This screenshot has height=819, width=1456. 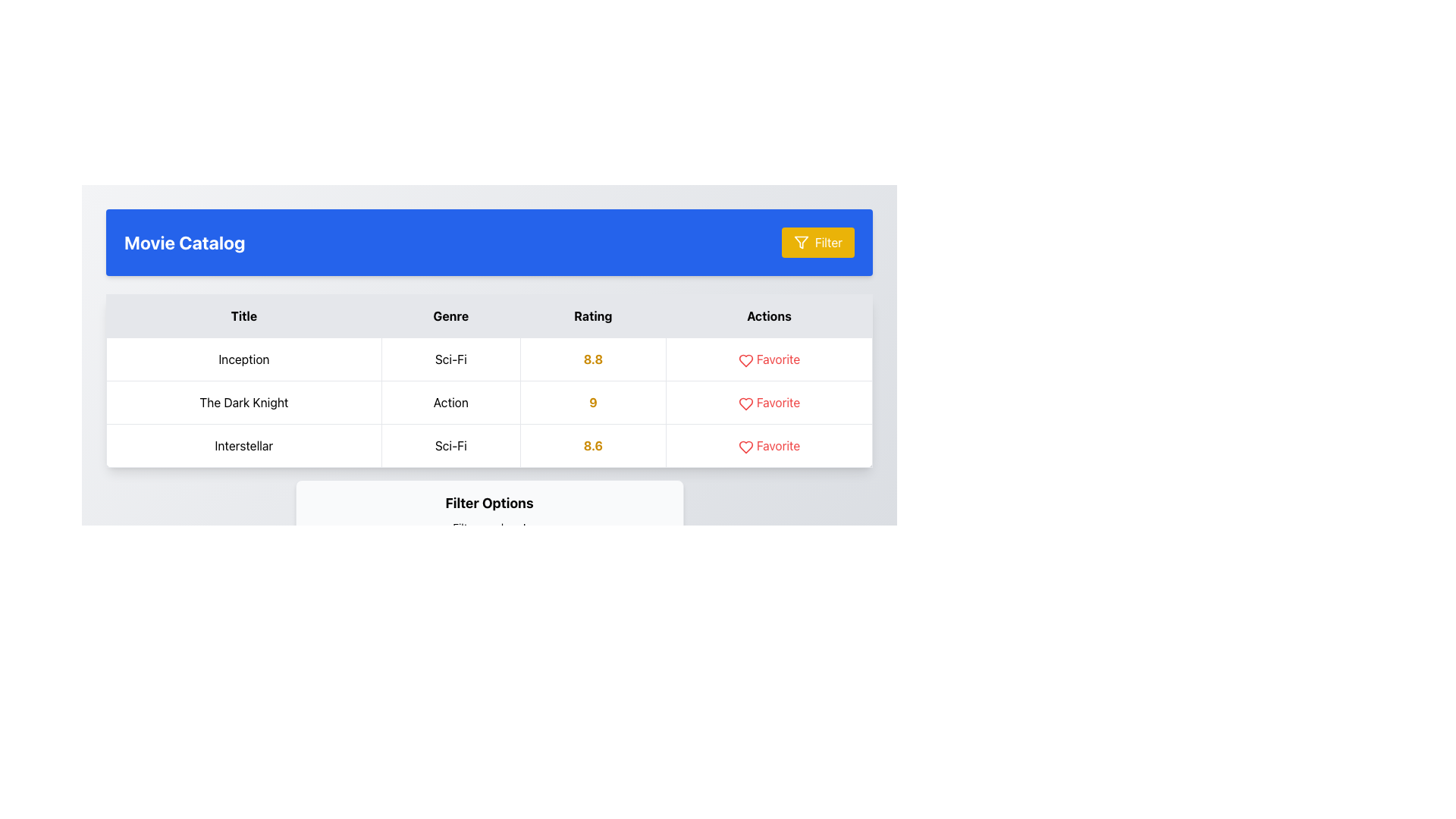 What do you see at coordinates (769, 444) in the screenshot?
I see `the 'Favorite' button for the movie 'Interstellar', which is the third button in the 'Actions' column of the table` at bounding box center [769, 444].